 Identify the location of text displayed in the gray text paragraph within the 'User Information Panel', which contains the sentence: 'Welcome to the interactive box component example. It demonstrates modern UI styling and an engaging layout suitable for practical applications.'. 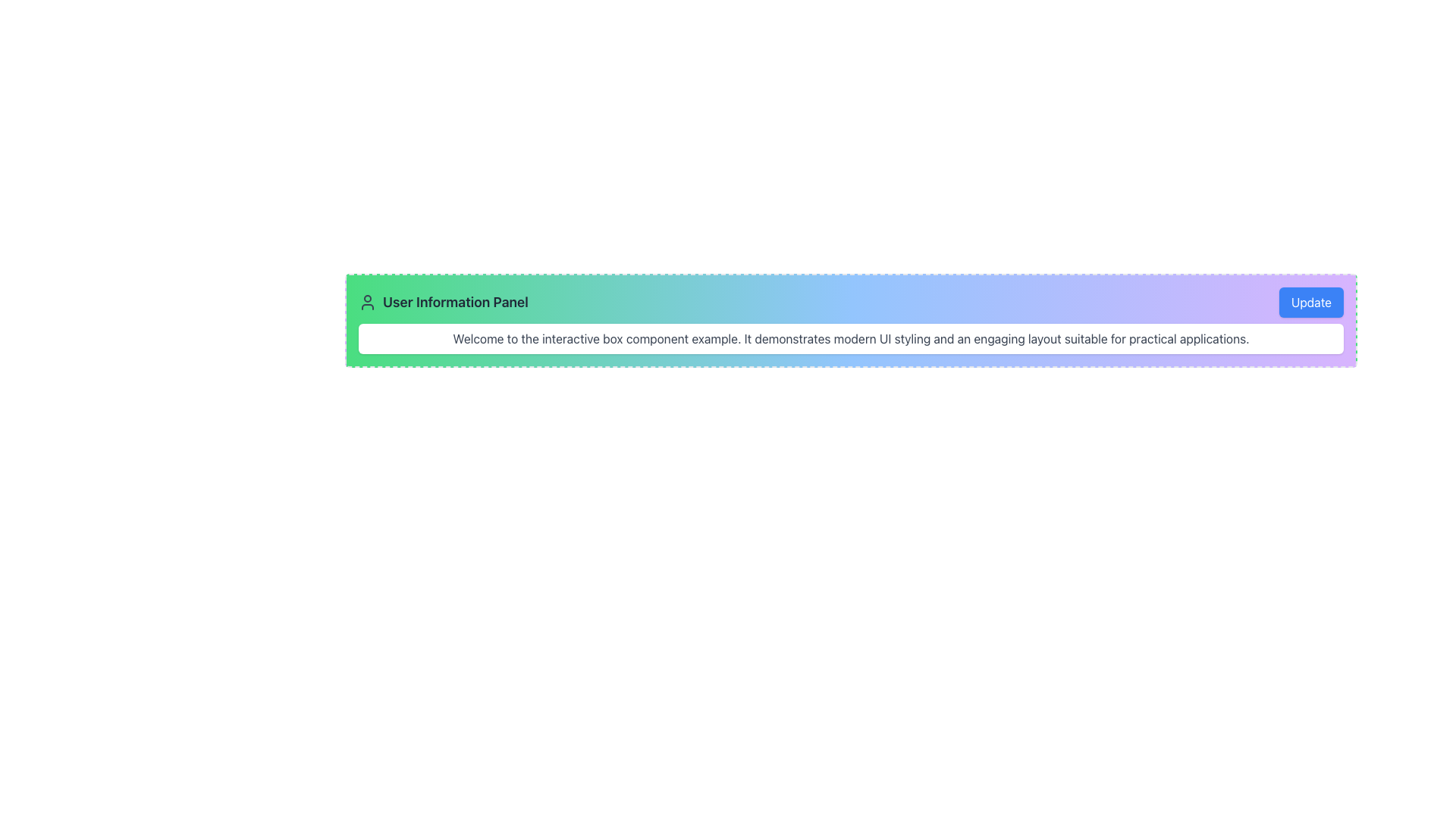
(851, 338).